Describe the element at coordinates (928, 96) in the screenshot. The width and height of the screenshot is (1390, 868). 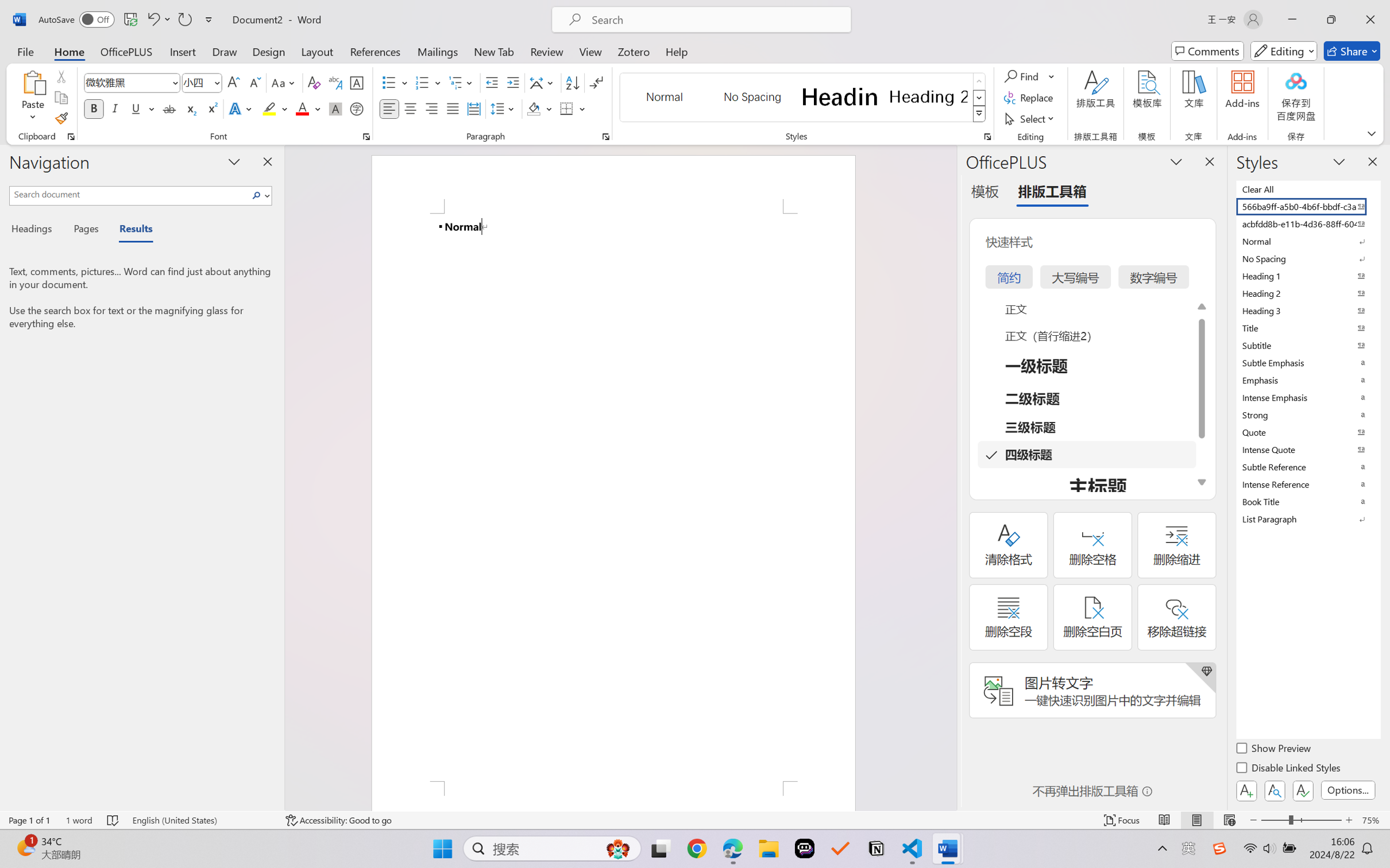
I see `'Heading 2'` at that location.